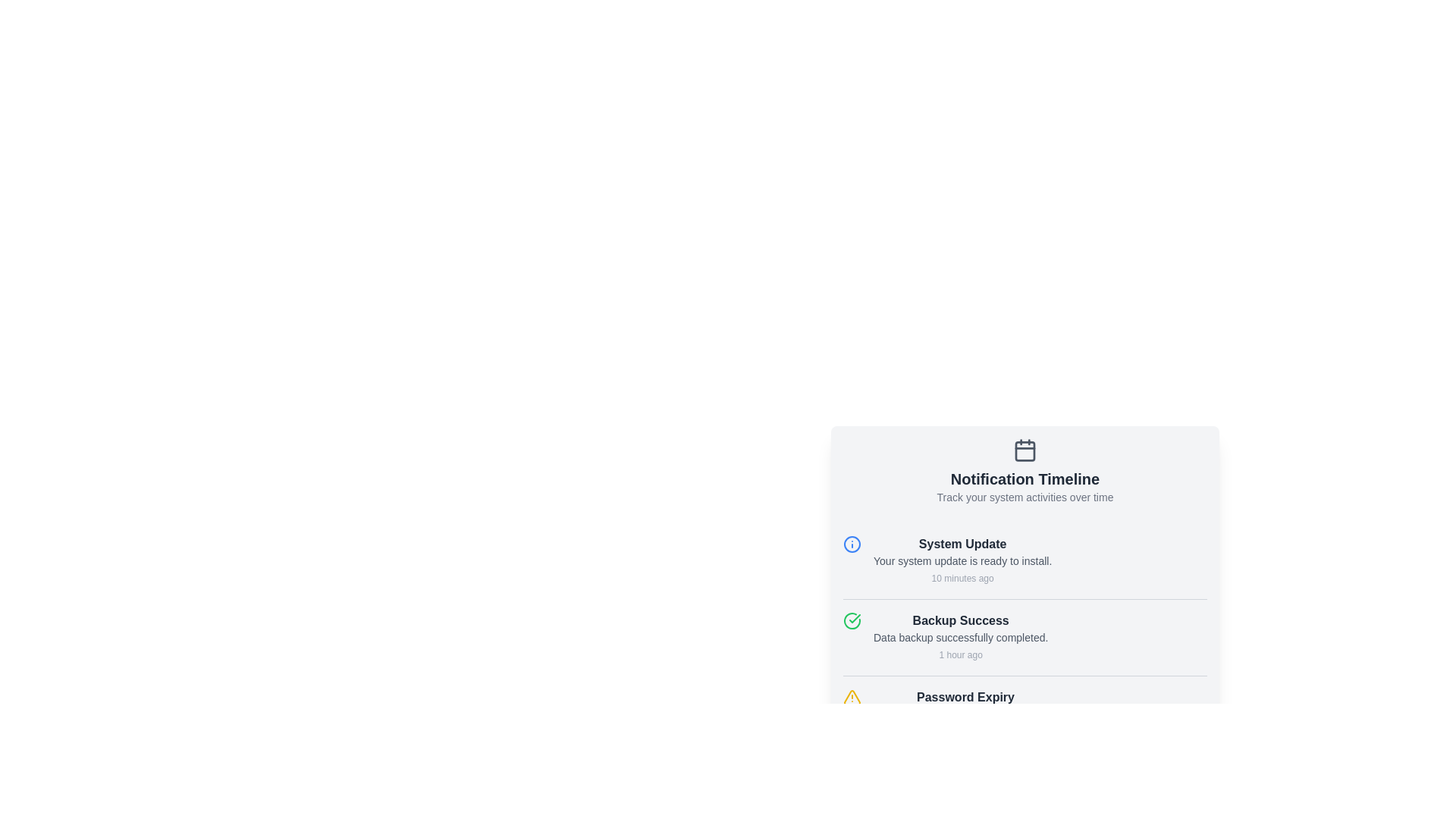 The height and width of the screenshot is (819, 1456). What do you see at coordinates (960, 637) in the screenshot?
I see `the Text Label that provides supplementary information for the 'Backup Success' notification, located beneath the header and above the timestamp '1 hour ago' in the 'Notification Timeline' section` at bounding box center [960, 637].